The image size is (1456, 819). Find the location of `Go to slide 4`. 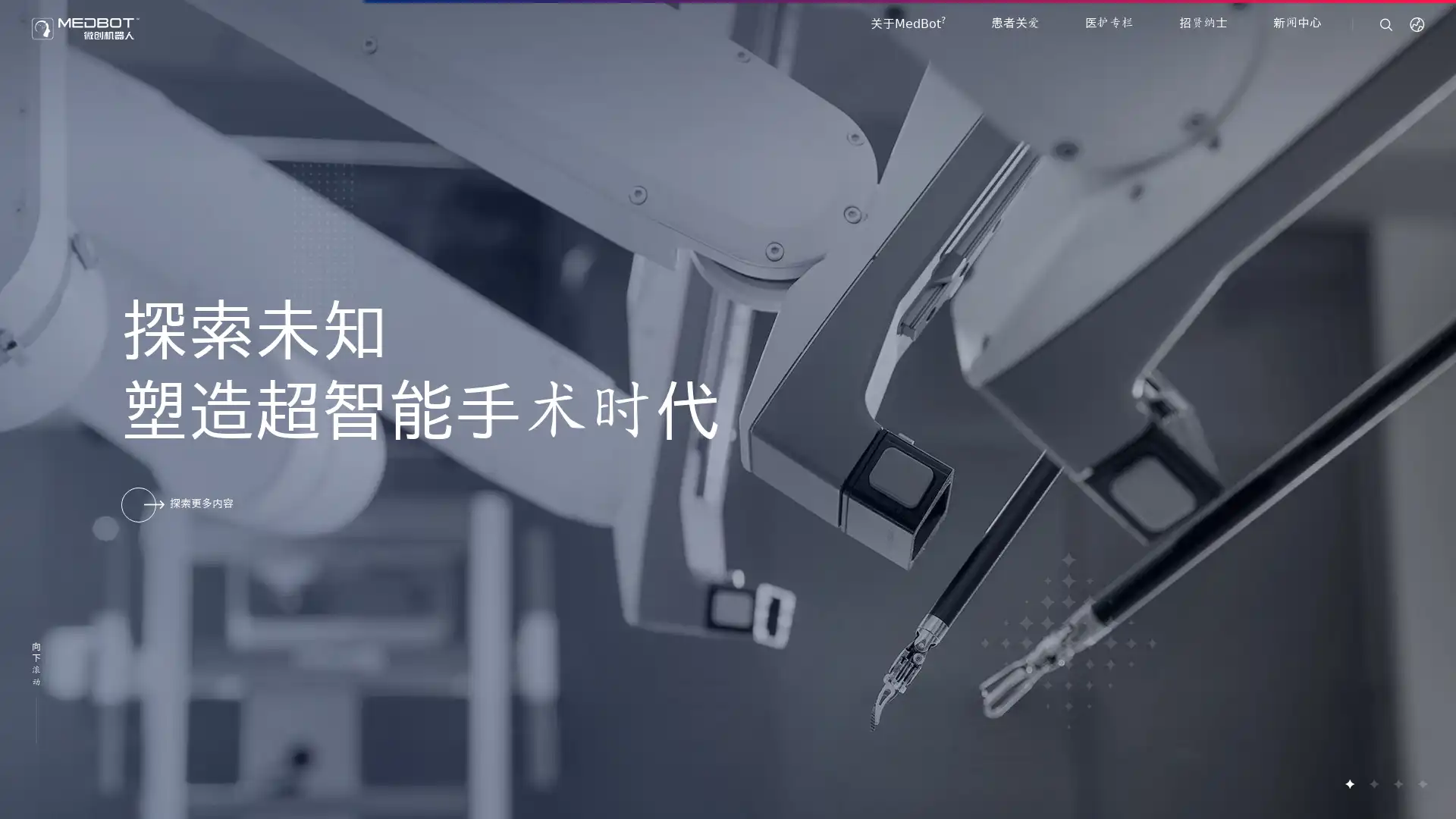

Go to slide 4 is located at coordinates (1421, 783).